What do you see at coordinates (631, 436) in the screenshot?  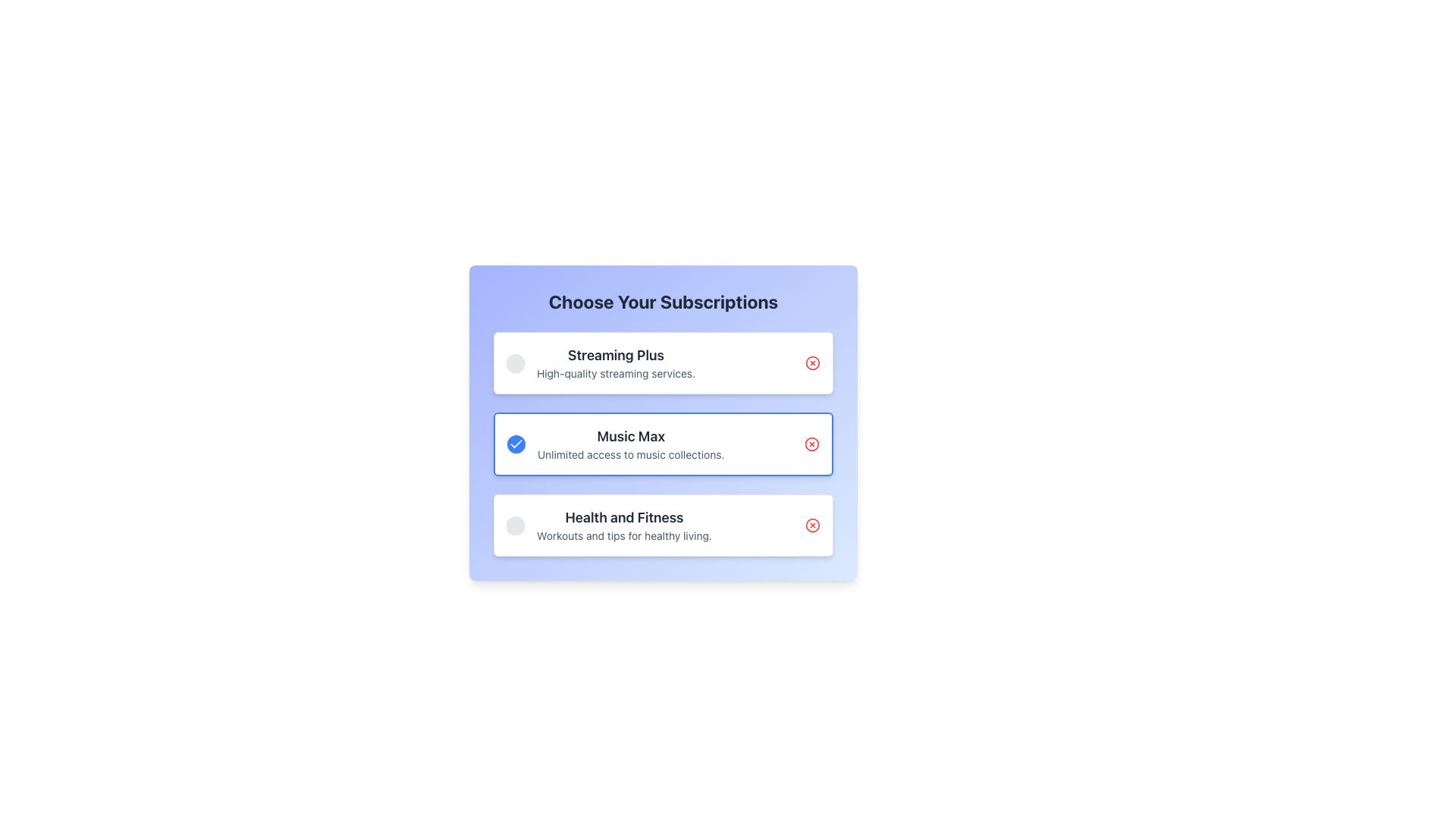 I see `text label 'Music Max' which serves as the title for the subscription option in the interface` at bounding box center [631, 436].